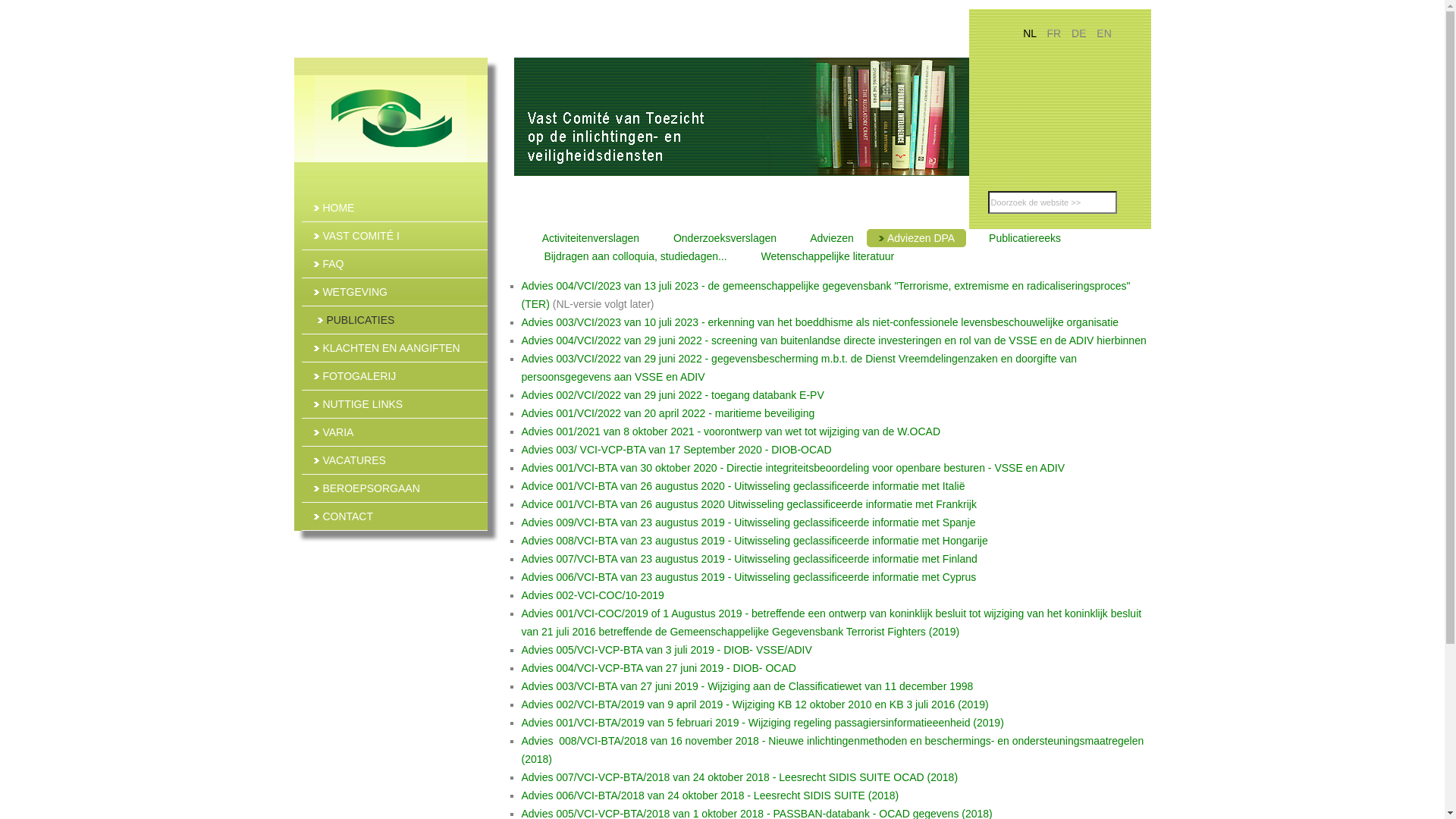 This screenshot has height=819, width=1456. I want to click on 'DE', so click(1079, 33).